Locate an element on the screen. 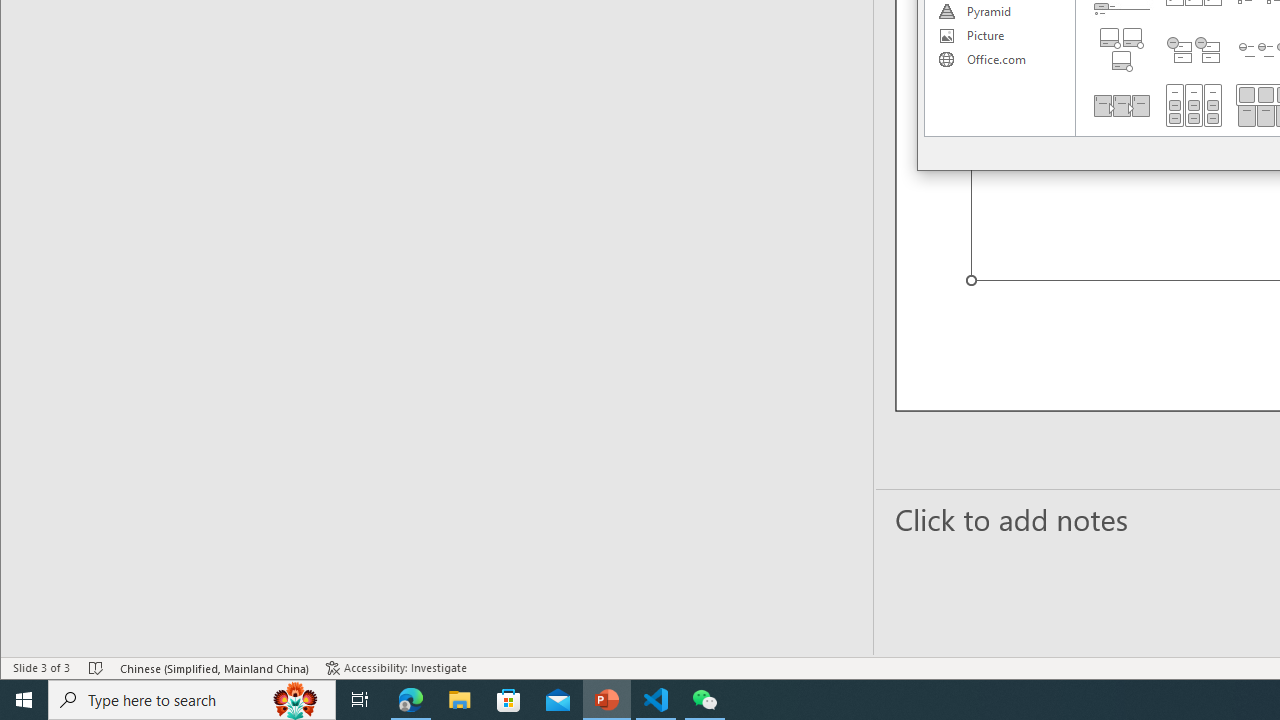 Image resolution: width=1280 pixels, height=720 pixels. 'Pyramid' is located at coordinates (999, 11).